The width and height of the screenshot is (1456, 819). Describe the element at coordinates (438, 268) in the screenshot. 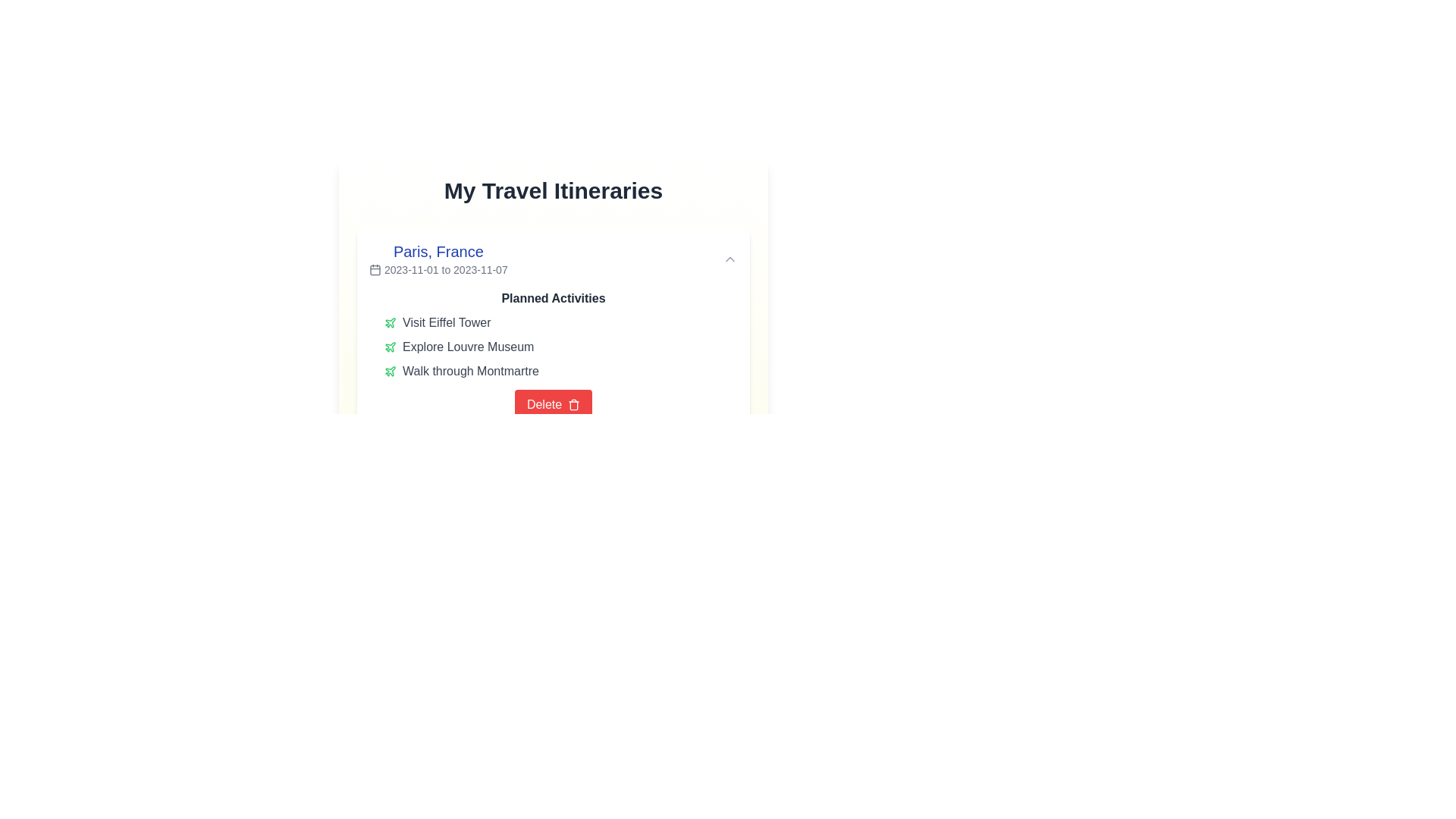

I see `displayed date range from the small text label with a gray color, located beneath the 'Paris, France' label in the 'My Travel Itineraries' section, to the right of the calendar icon` at that location.